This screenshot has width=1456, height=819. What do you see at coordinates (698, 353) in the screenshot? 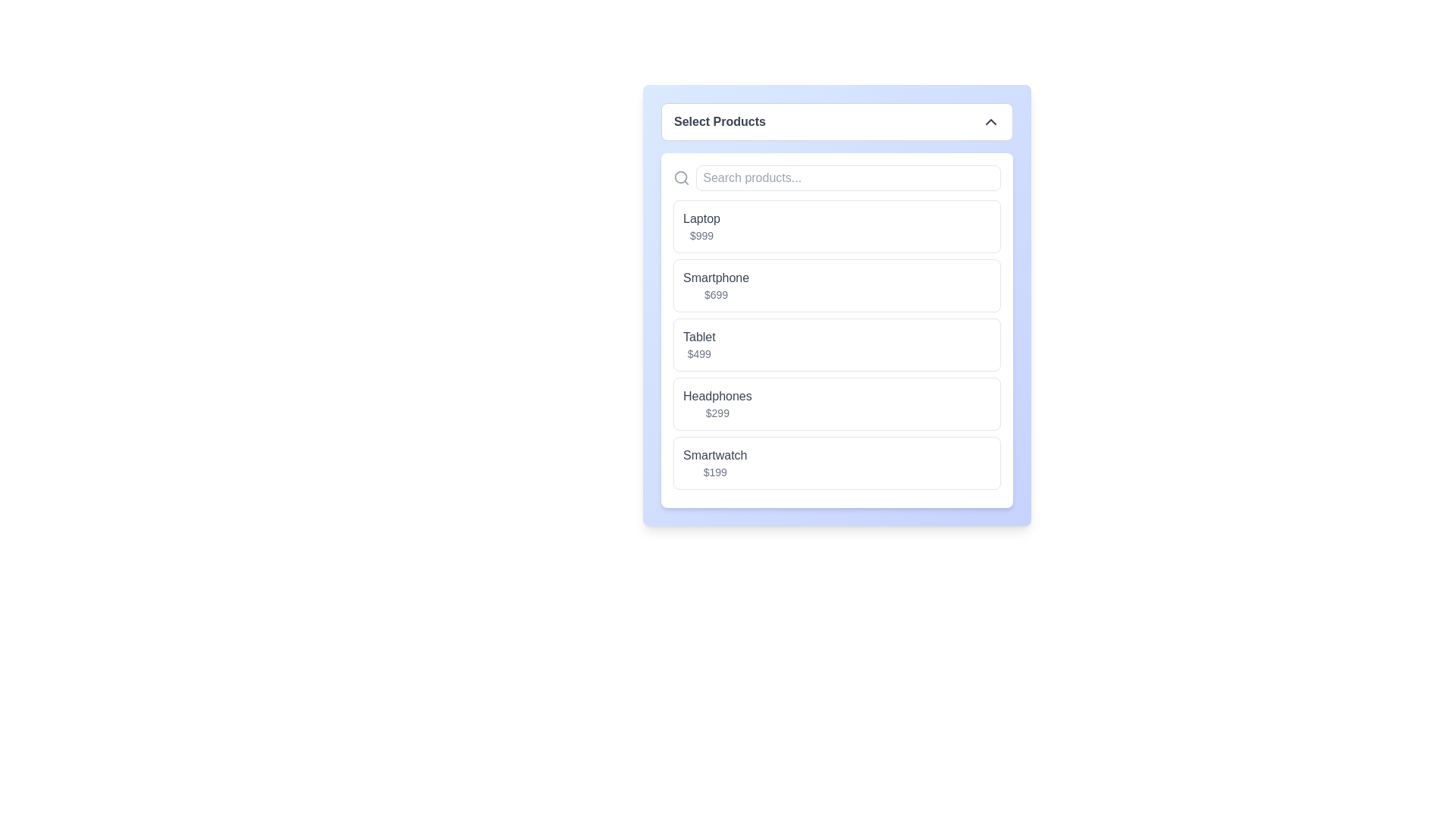
I see `the price label for the product 'Tablet', which indicates the cost of the item and is located under the 'Tablet' label in the product list` at bounding box center [698, 353].